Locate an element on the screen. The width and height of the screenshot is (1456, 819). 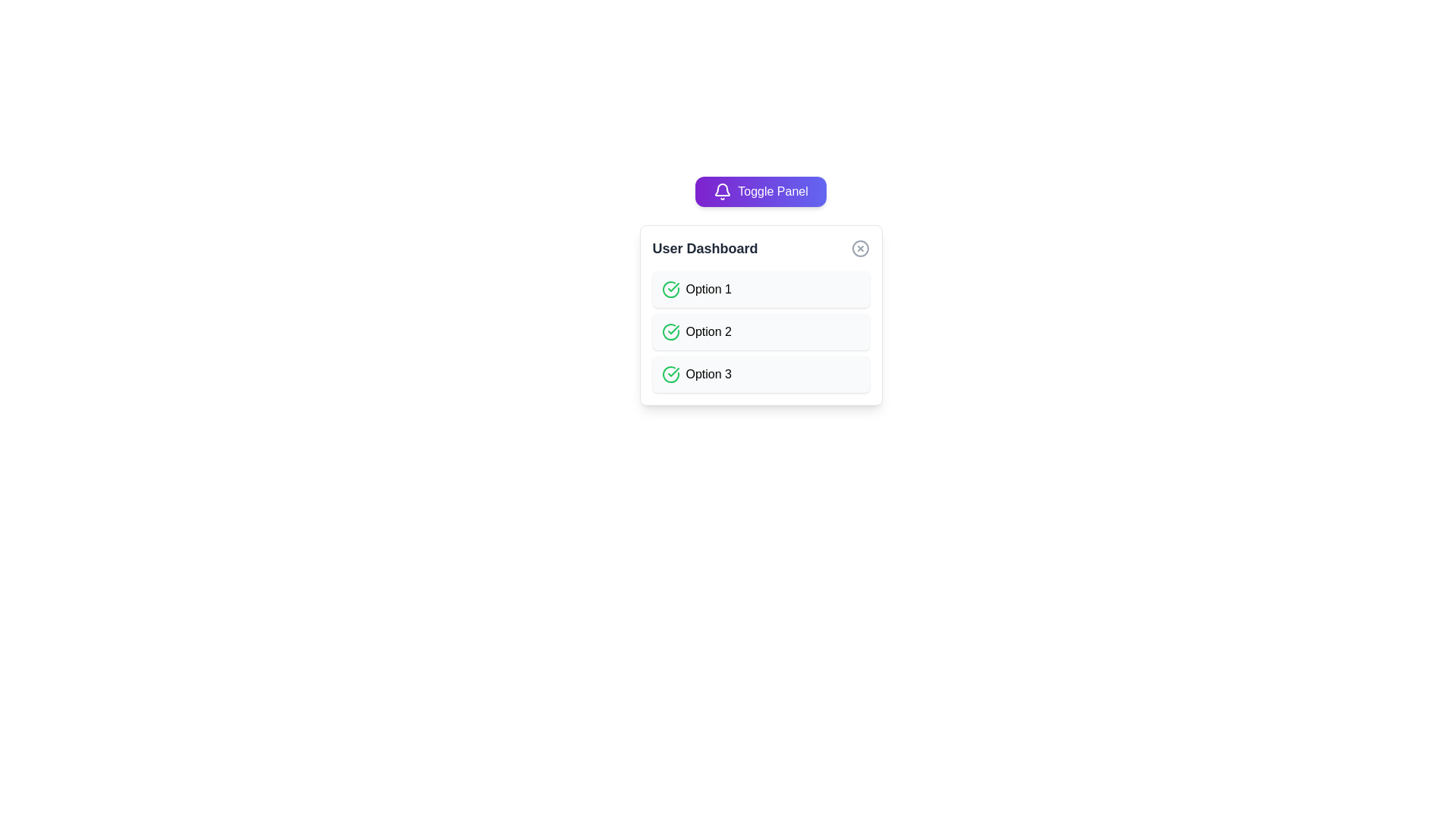
the visual state of the first icon under 'Option 1', which indicates completion or selection is located at coordinates (670, 289).